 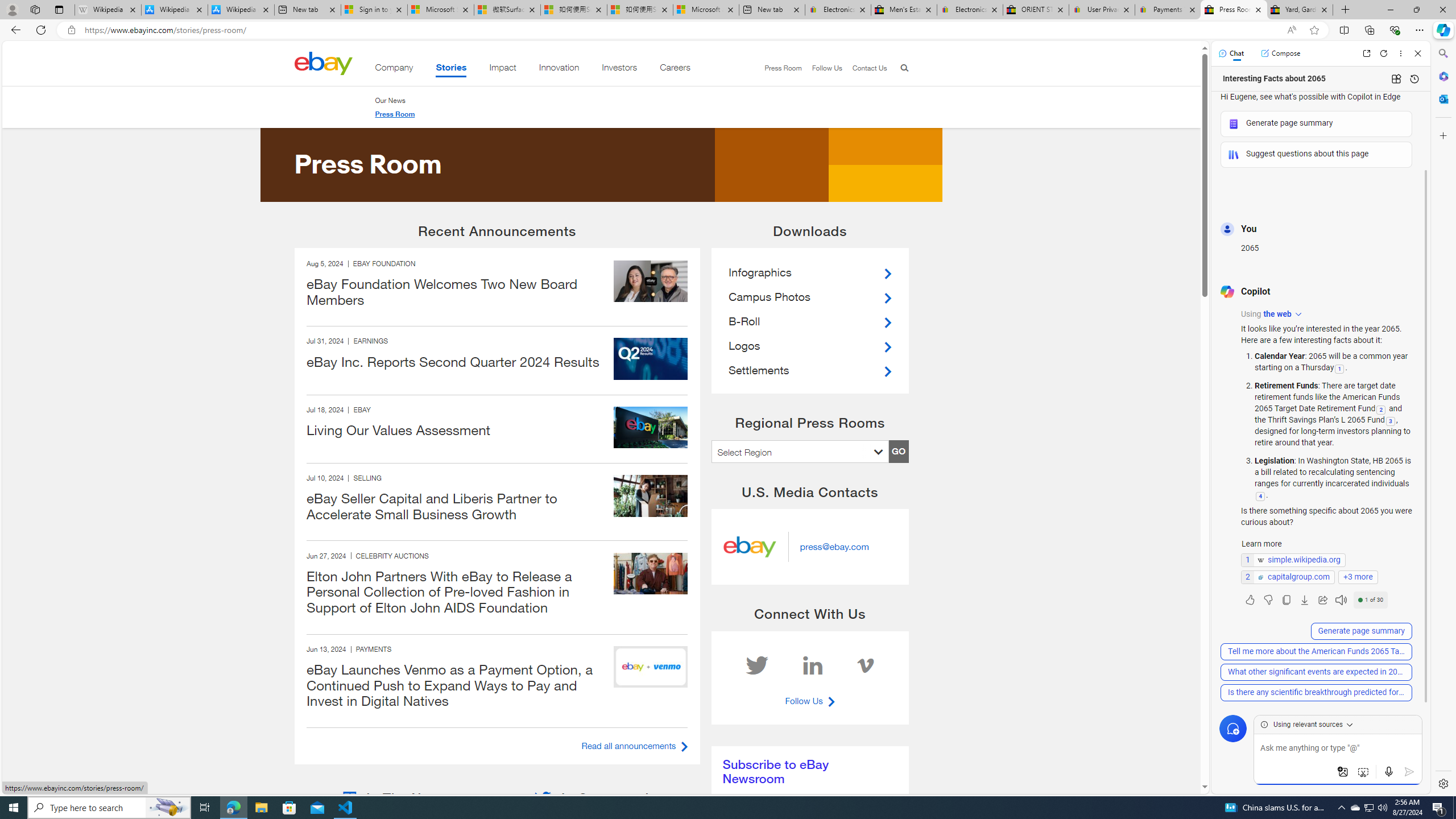 I want to click on 'GO', so click(x=897, y=450).